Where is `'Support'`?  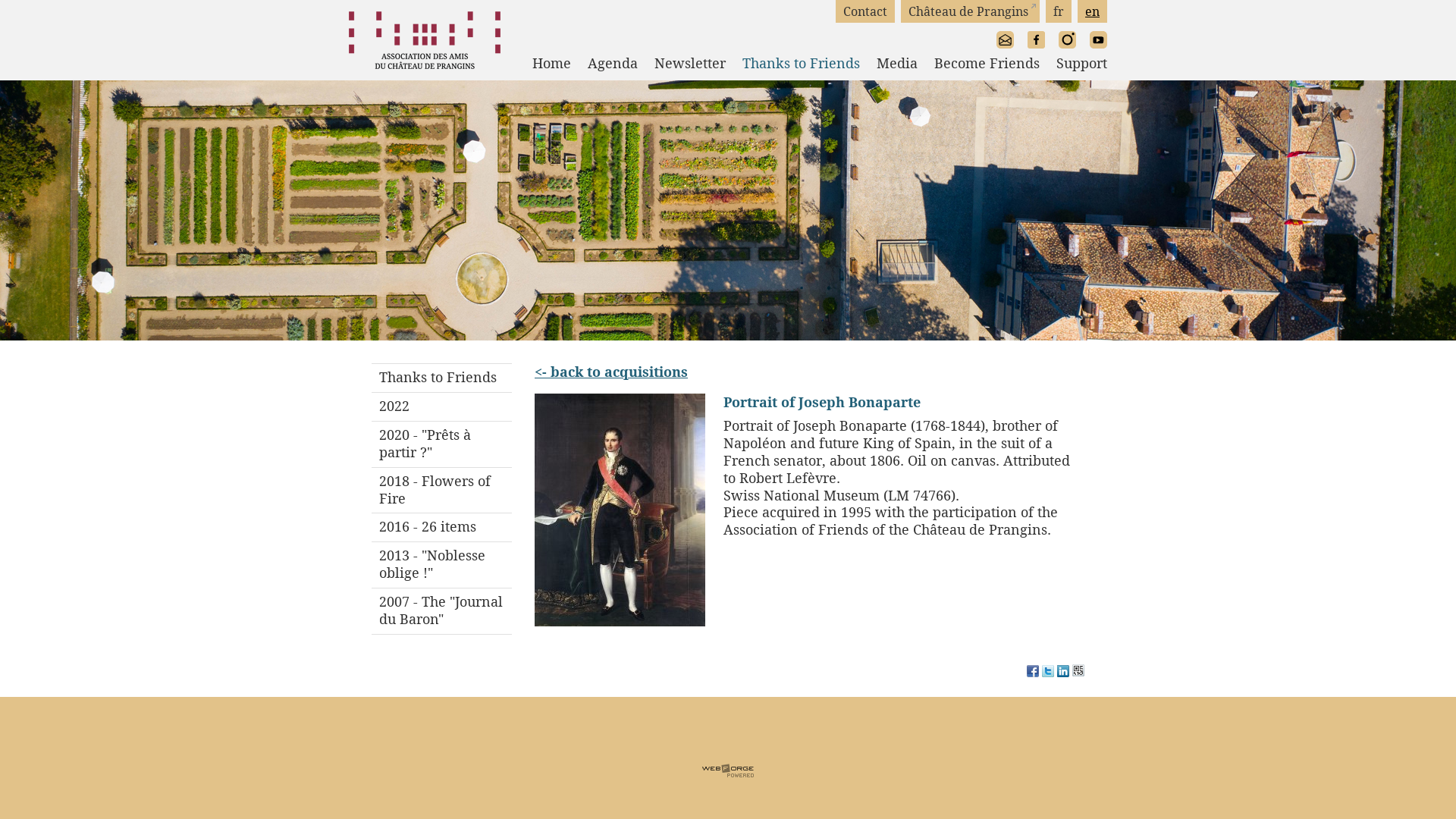 'Support' is located at coordinates (1072, 63).